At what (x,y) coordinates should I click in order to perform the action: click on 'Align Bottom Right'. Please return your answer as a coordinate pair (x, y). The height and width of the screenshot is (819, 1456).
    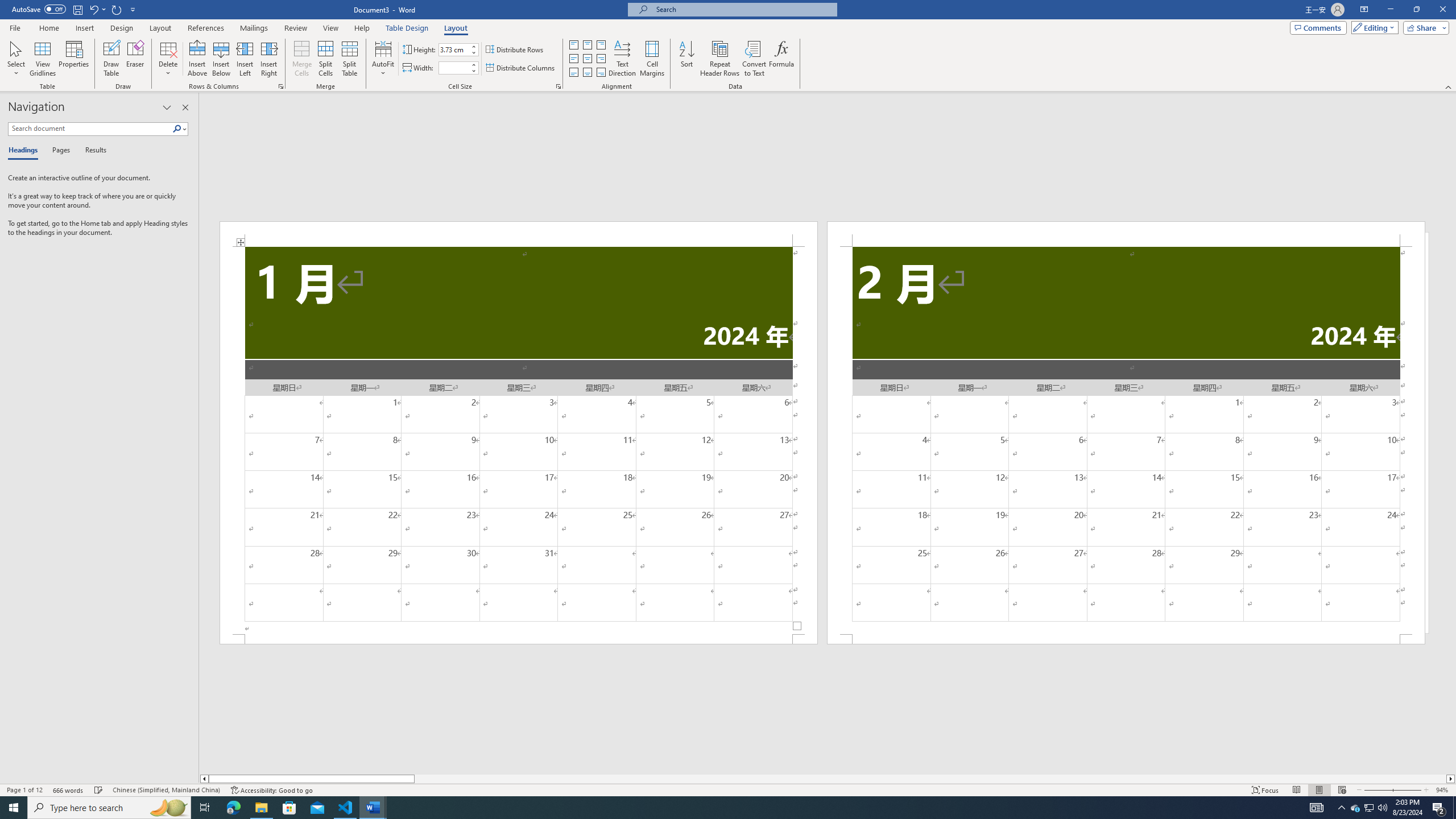
    Looking at the image, I should click on (601, 72).